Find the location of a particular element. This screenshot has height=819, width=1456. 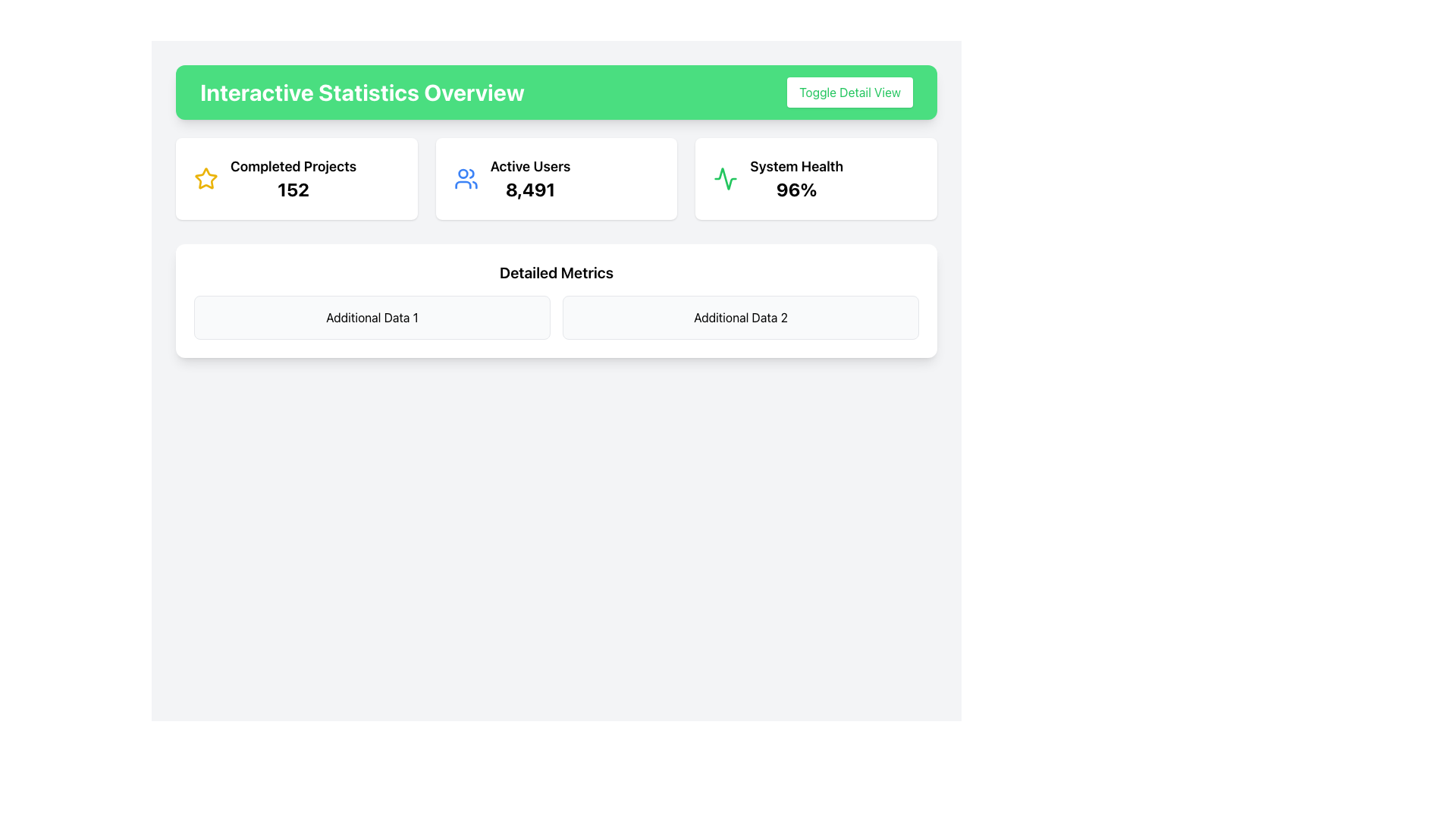

the system health metric information card is located at coordinates (815, 177).